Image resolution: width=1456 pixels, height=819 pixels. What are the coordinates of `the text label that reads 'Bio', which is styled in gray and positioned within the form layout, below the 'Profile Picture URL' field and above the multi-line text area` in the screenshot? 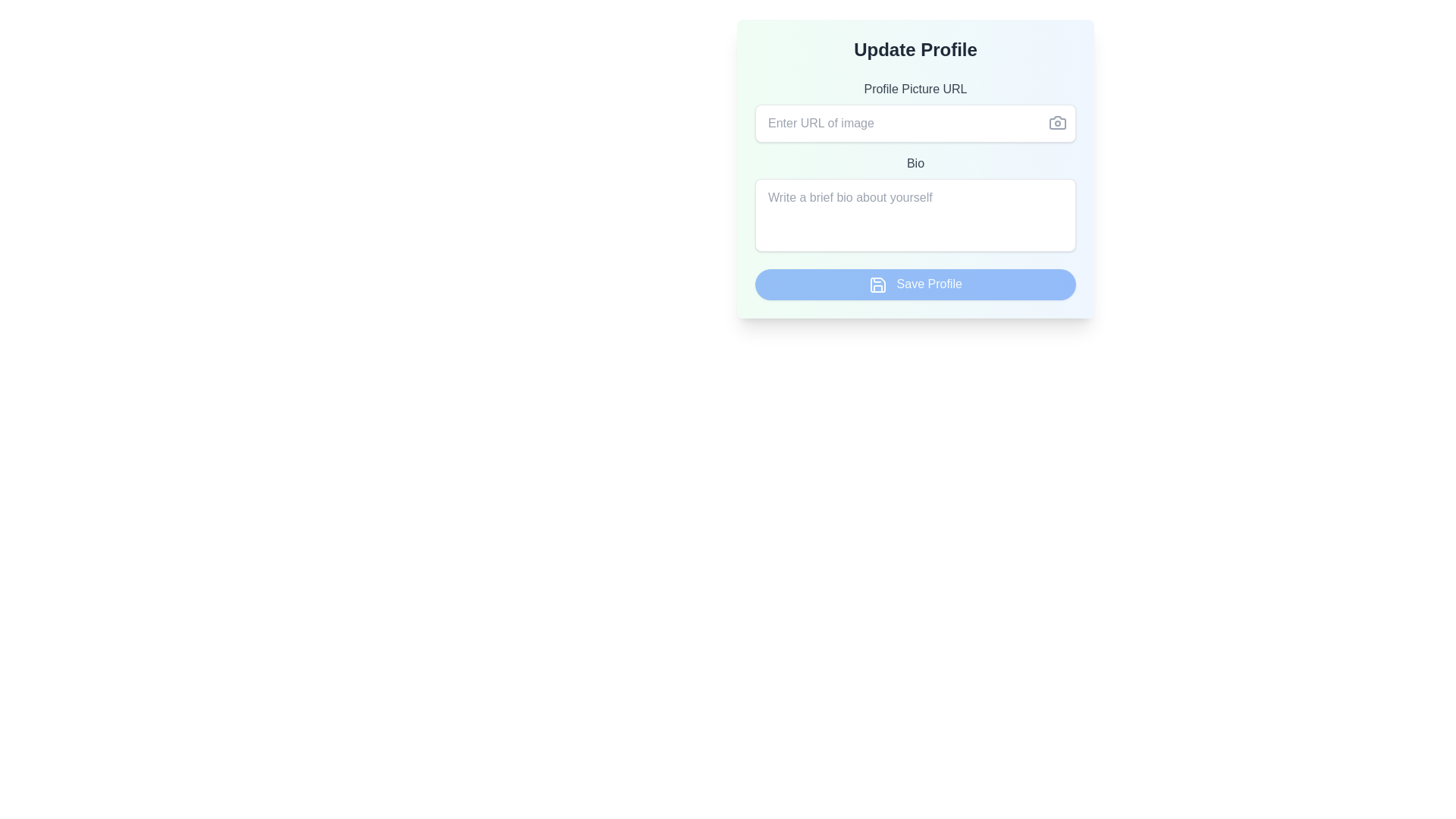 It's located at (915, 164).